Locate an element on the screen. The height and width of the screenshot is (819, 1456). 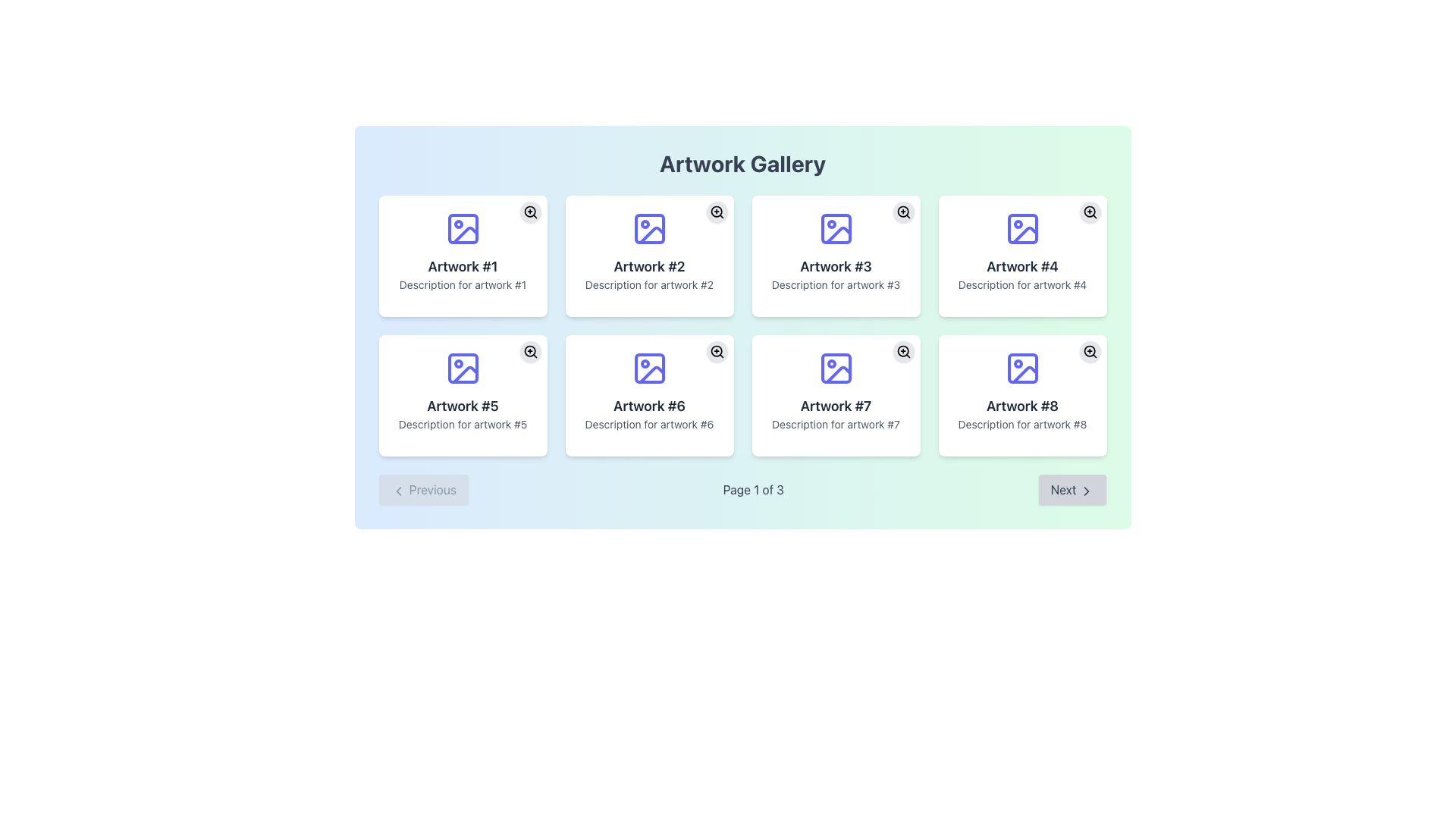
the zoom in icon resembling a magnifying glass with a plus sign, located at the top-right corner of the card labeled 'Artwork #5' is located at coordinates (530, 351).